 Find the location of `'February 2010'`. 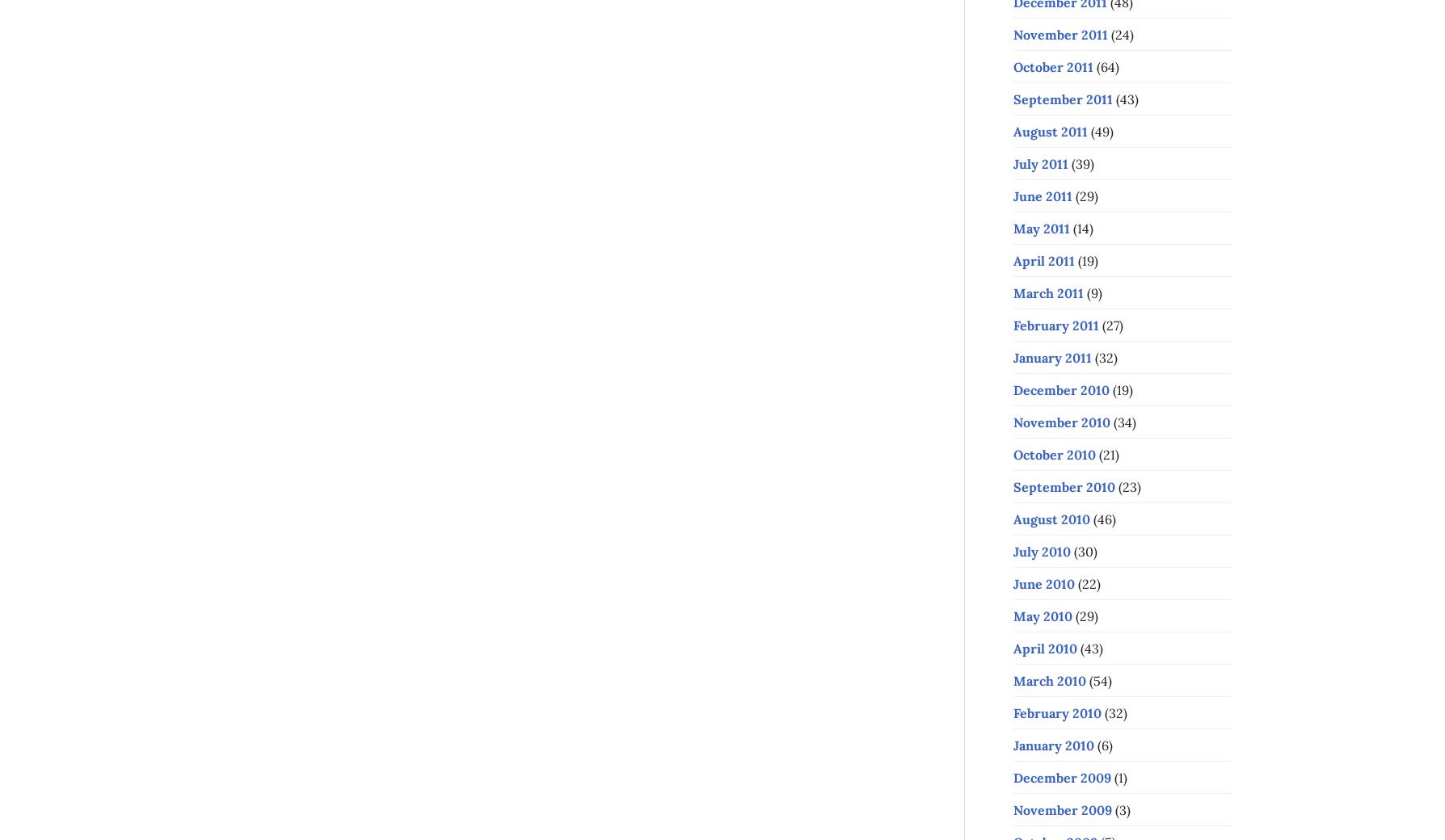

'February 2010' is located at coordinates (1056, 712).